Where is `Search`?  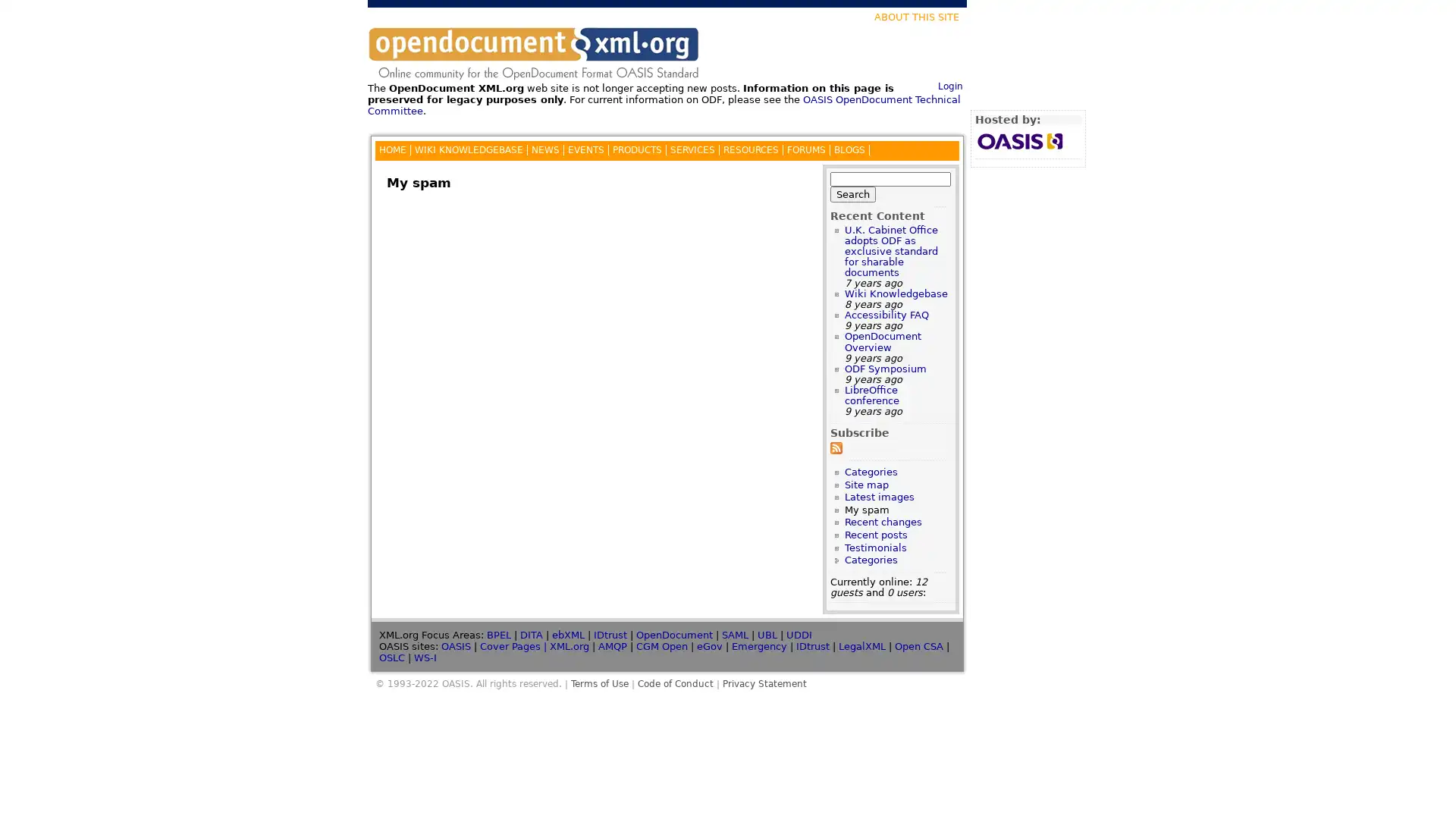
Search is located at coordinates (852, 193).